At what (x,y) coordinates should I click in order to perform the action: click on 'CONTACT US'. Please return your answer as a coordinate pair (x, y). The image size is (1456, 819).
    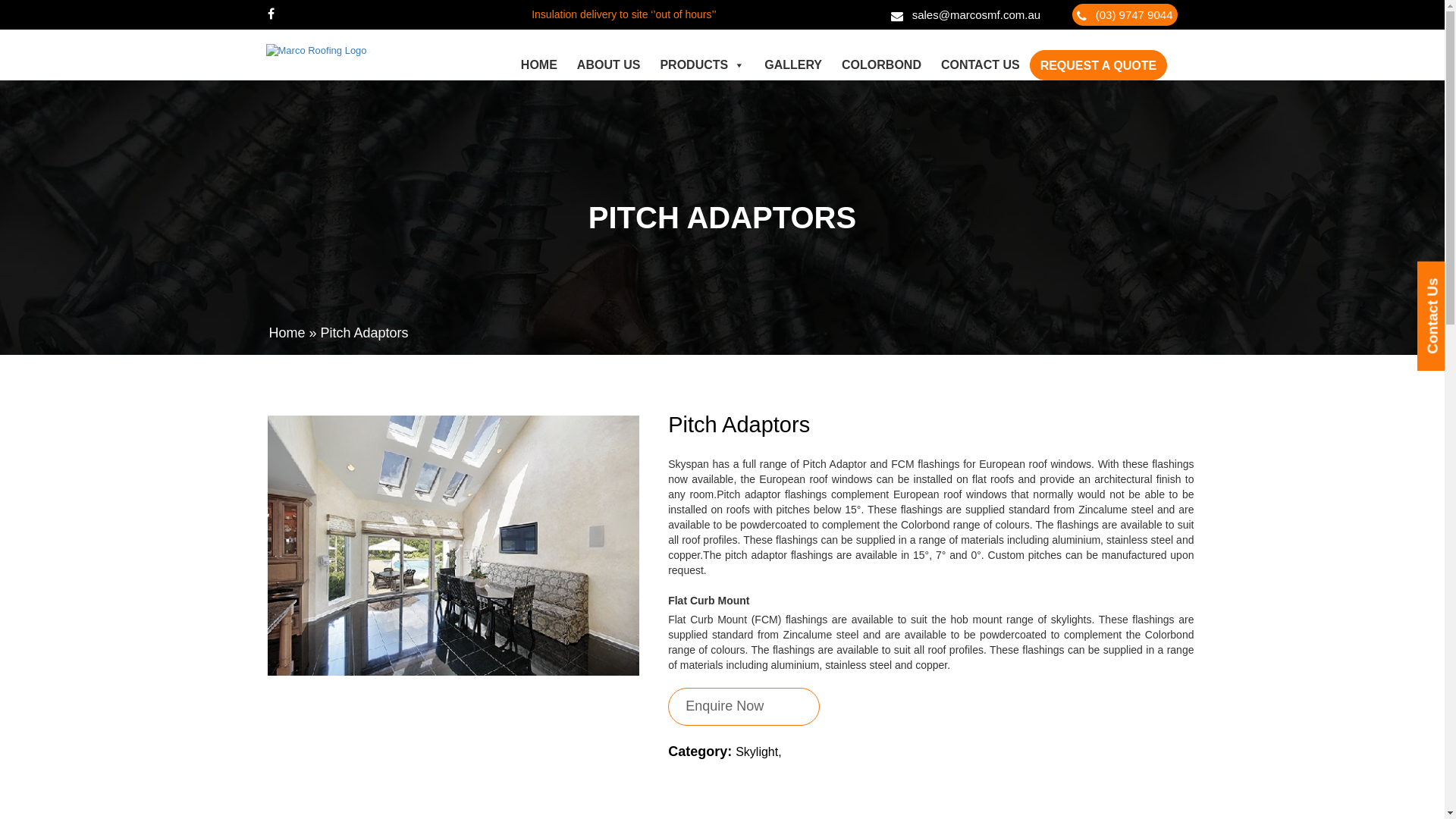
    Looking at the image, I should click on (980, 64).